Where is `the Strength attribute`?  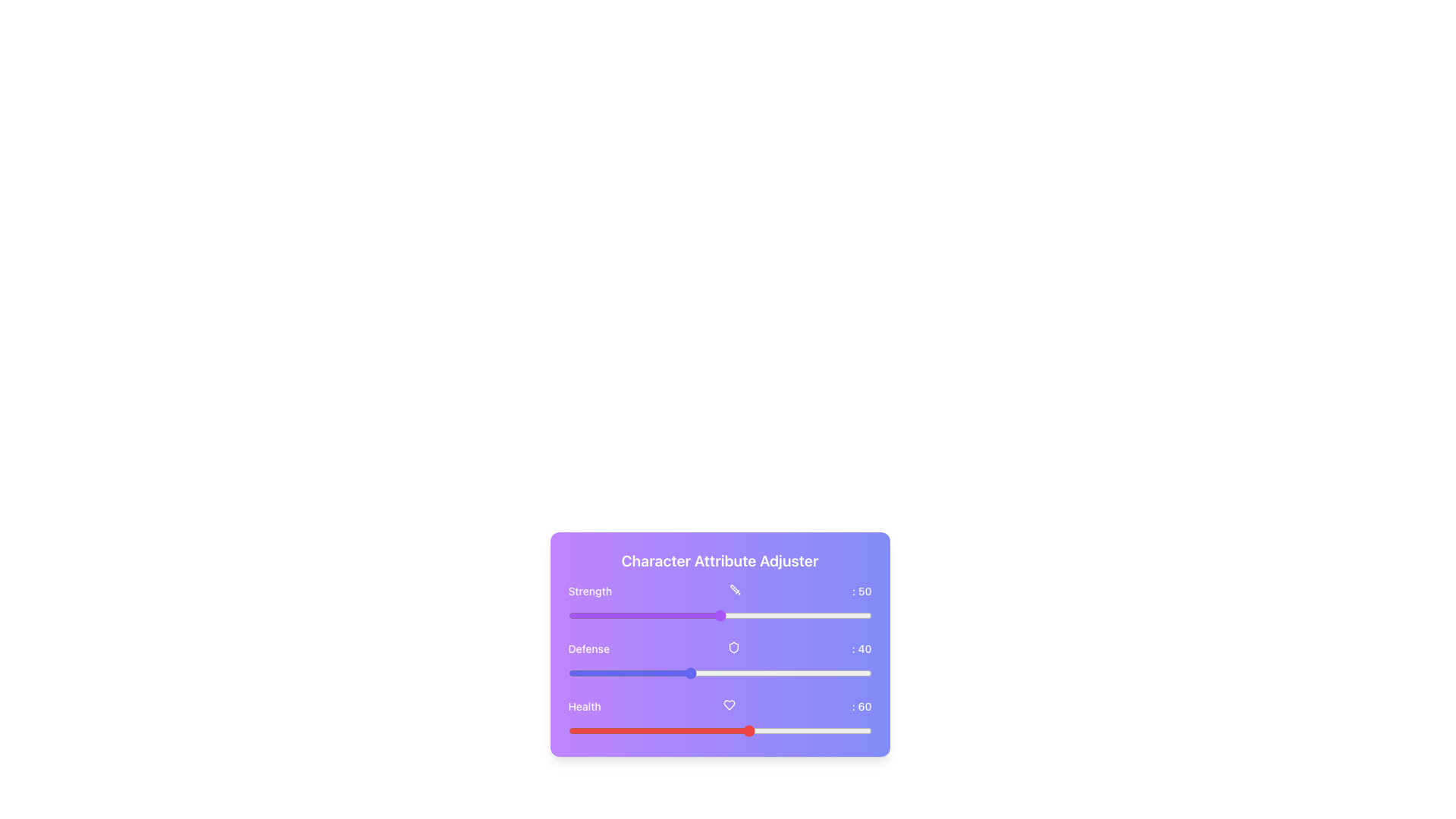
the Strength attribute is located at coordinates (853, 616).